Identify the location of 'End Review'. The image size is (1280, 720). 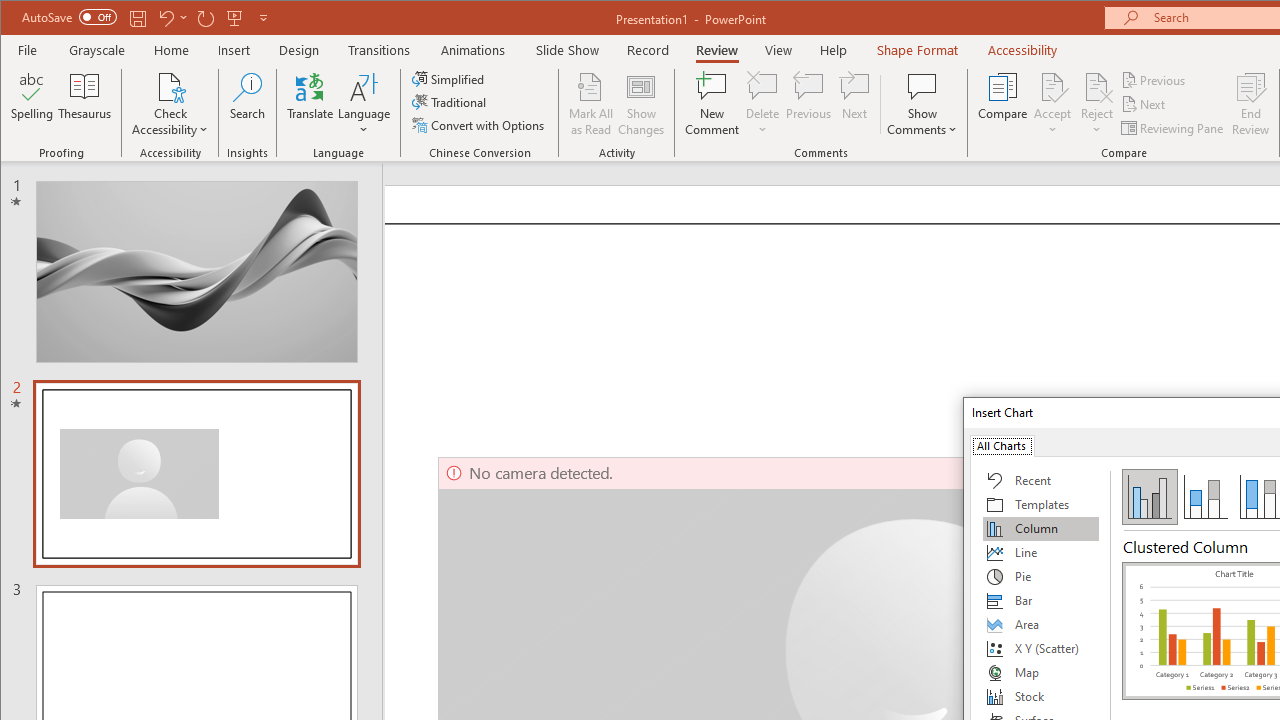
(1250, 104).